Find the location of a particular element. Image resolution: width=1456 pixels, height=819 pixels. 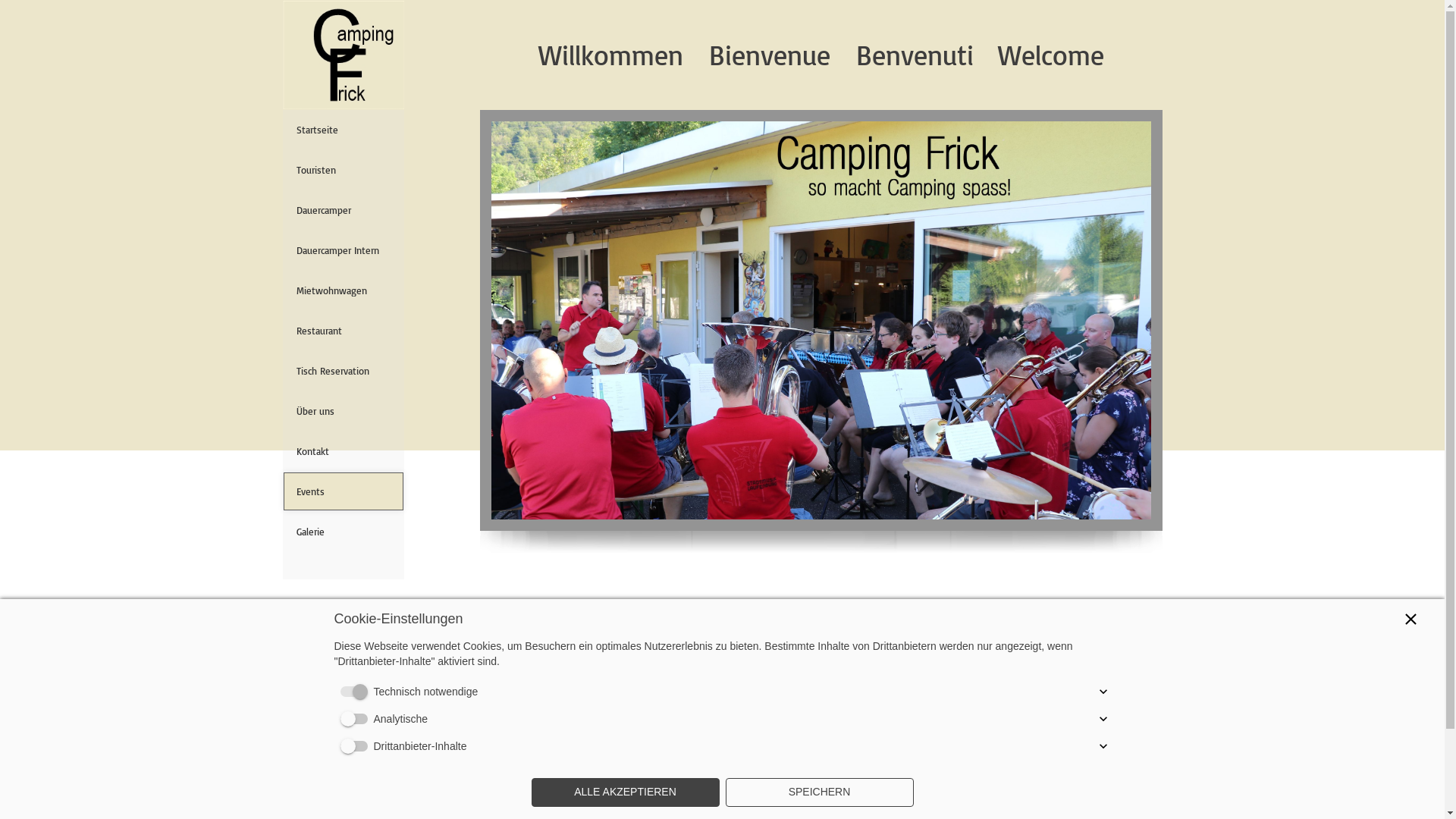

'Touristen' is located at coordinates (341, 169).